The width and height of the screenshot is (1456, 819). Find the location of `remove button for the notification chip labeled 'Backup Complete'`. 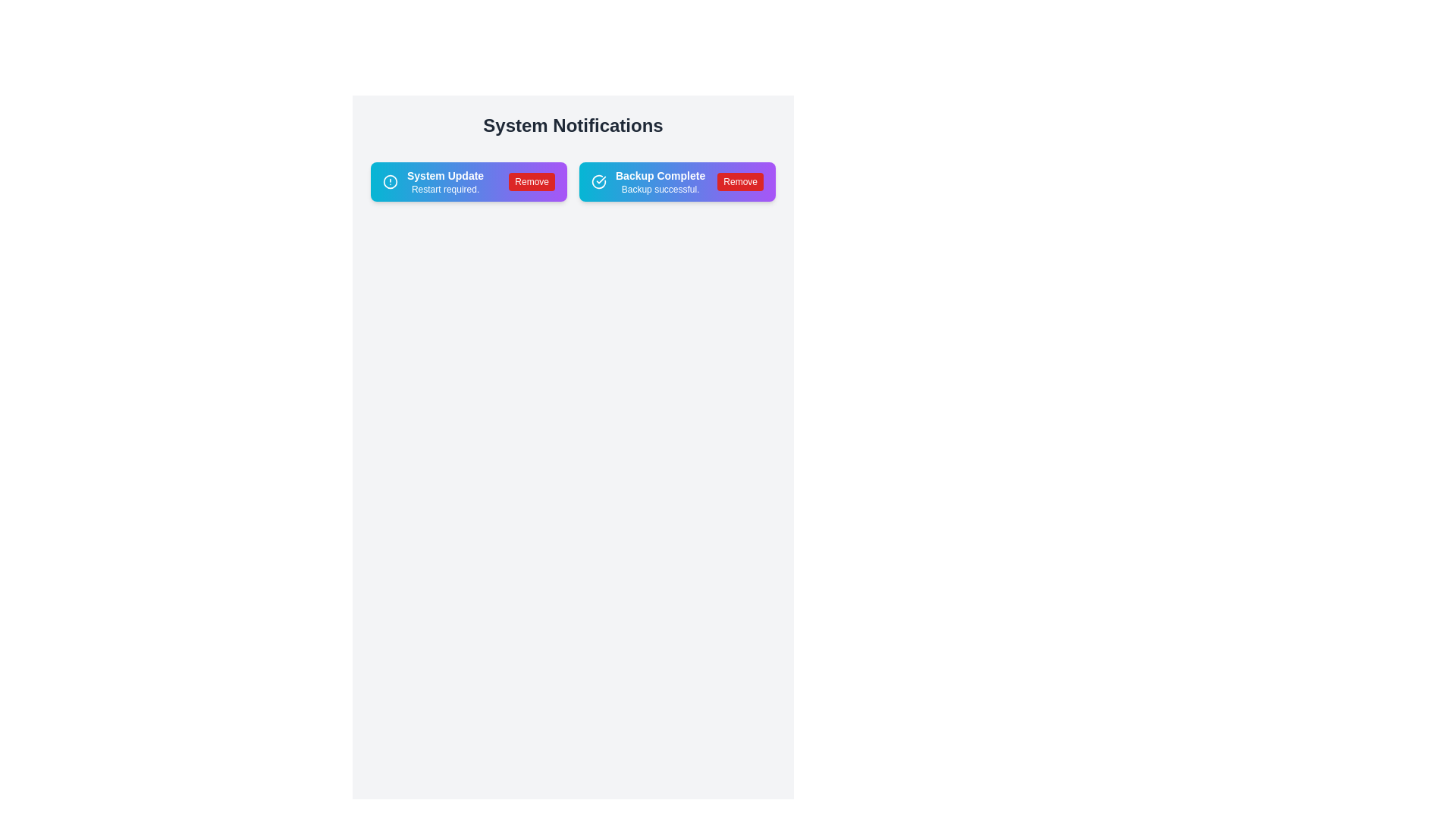

remove button for the notification chip labeled 'Backup Complete' is located at coordinates (740, 180).